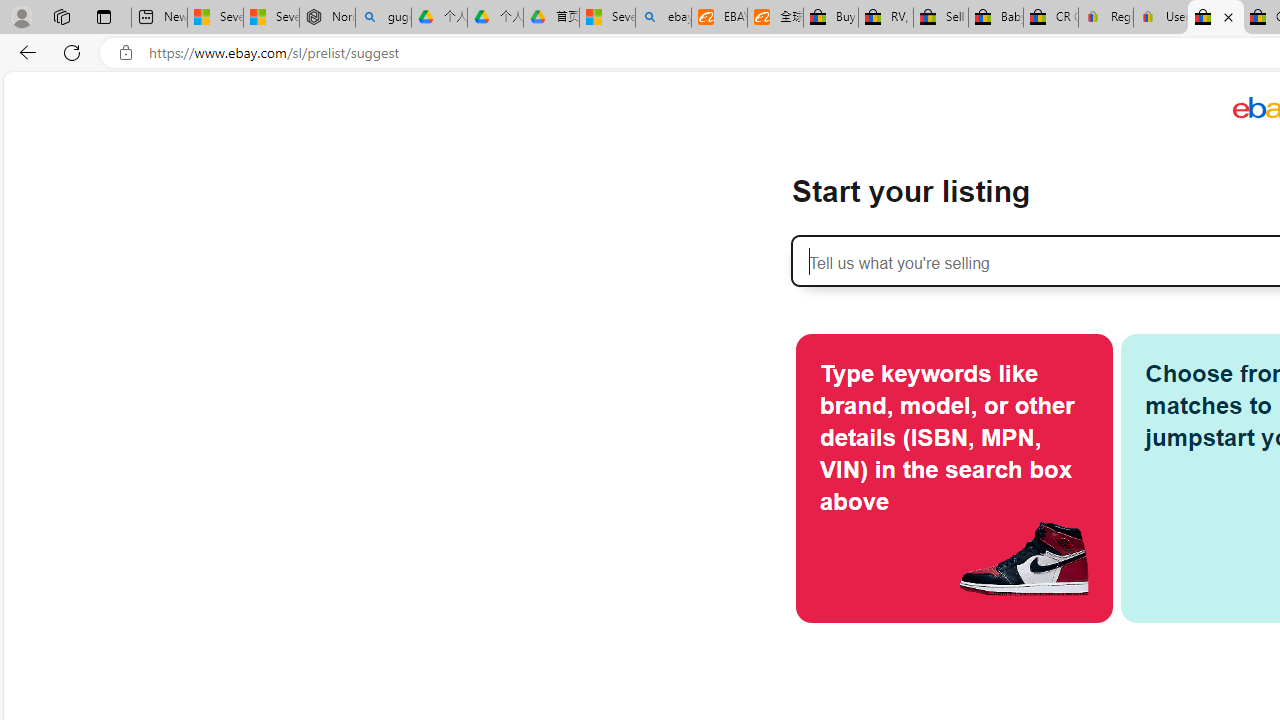  I want to click on 'RV, Trailer & Camper Steps & Ladders for sale | eBay', so click(884, 17).